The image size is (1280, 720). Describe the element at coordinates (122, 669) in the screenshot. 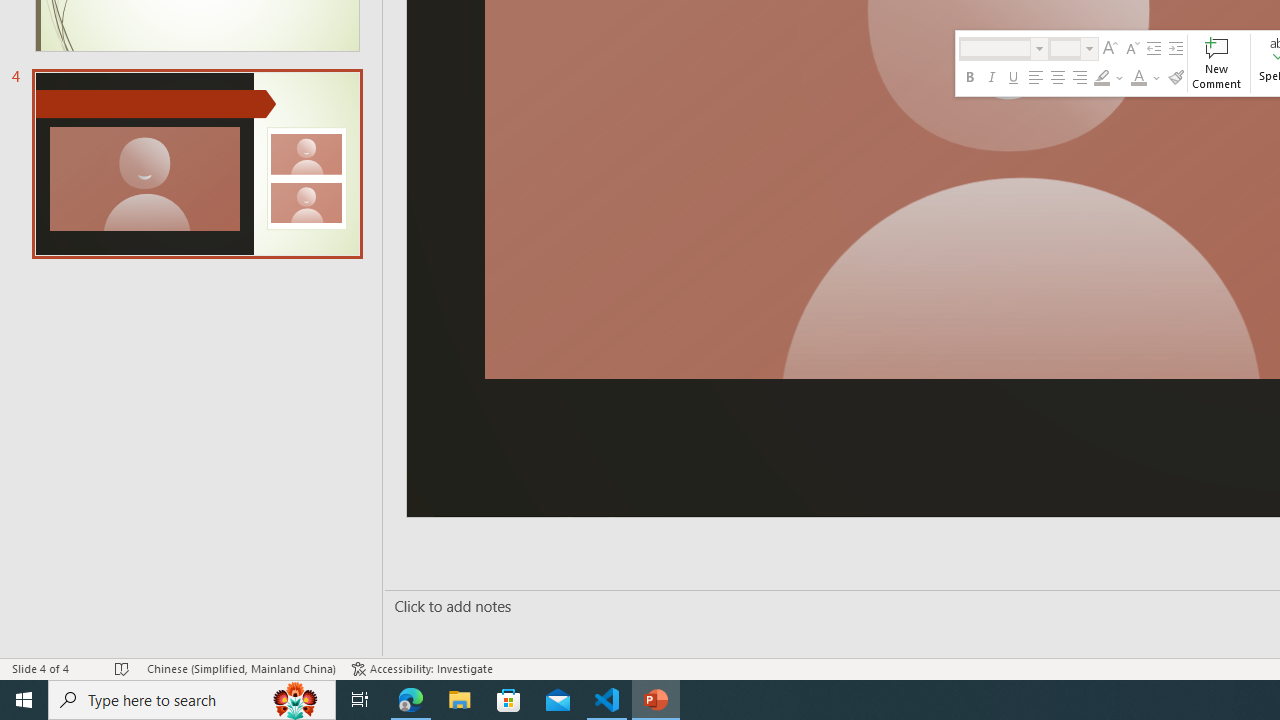

I see `'Spell Check No Errors'` at that location.